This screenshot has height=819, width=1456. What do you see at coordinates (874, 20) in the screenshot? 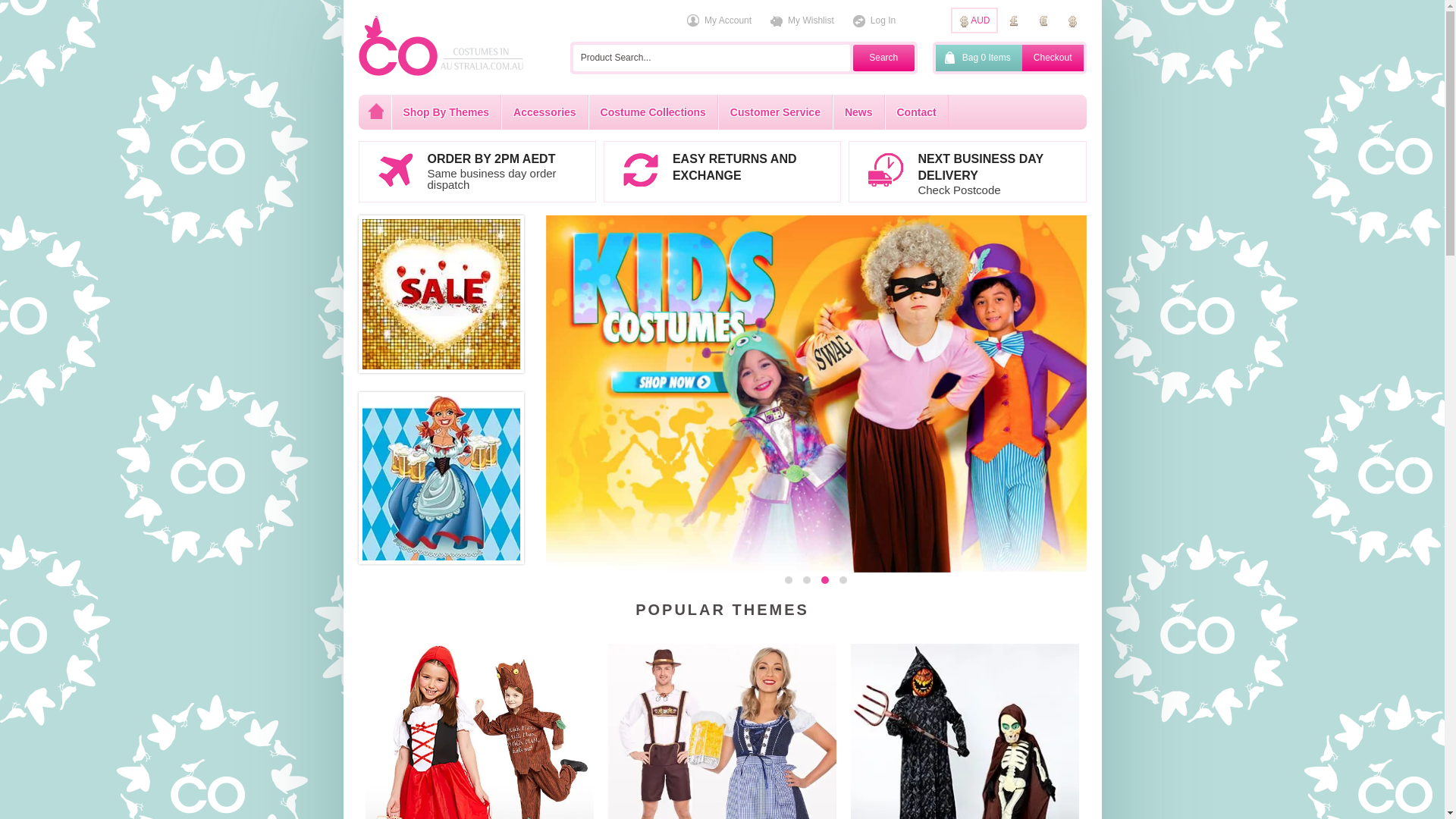
I see `'Log In'` at bounding box center [874, 20].